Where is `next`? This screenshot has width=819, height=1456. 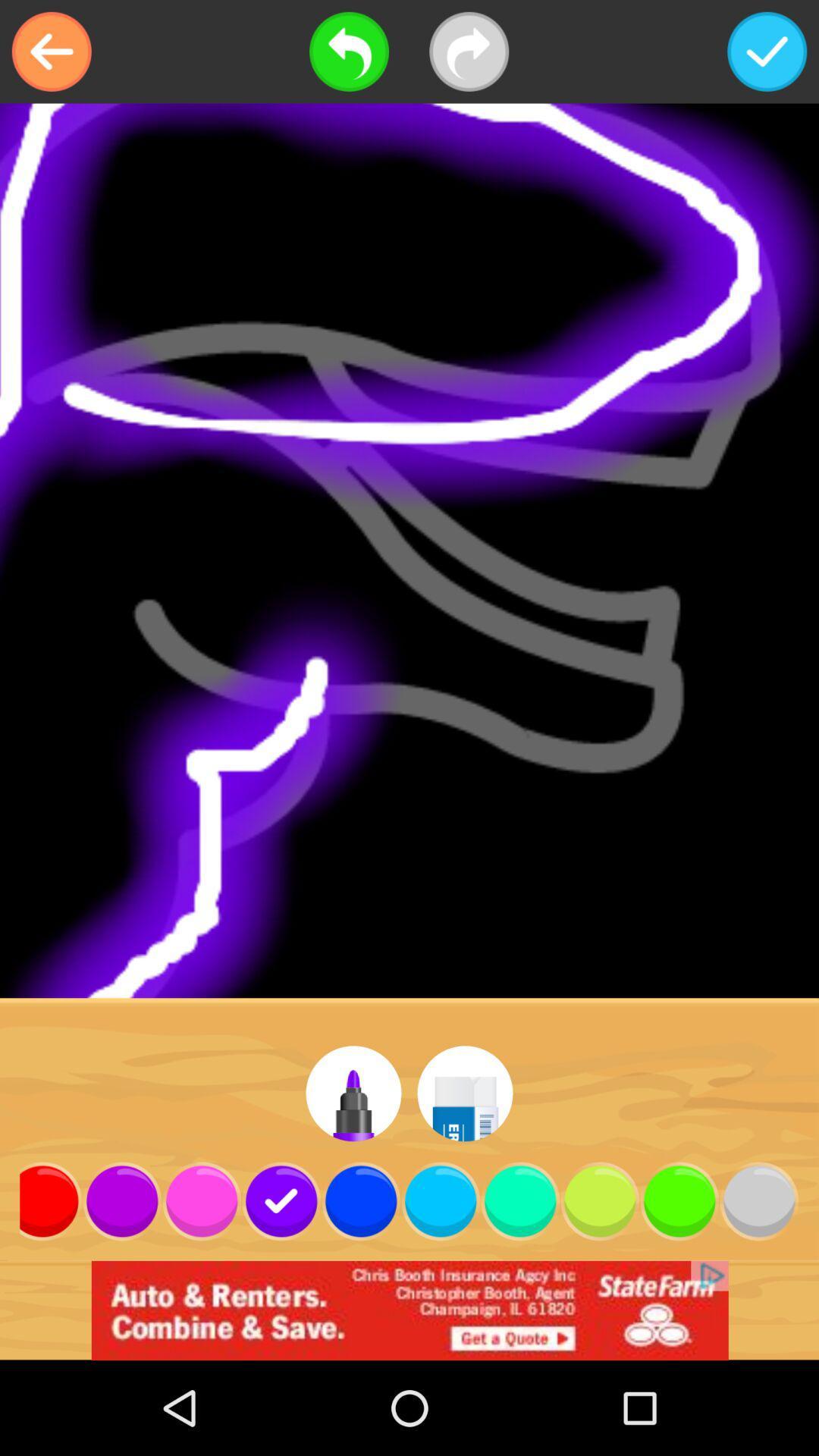 next is located at coordinates (468, 52).